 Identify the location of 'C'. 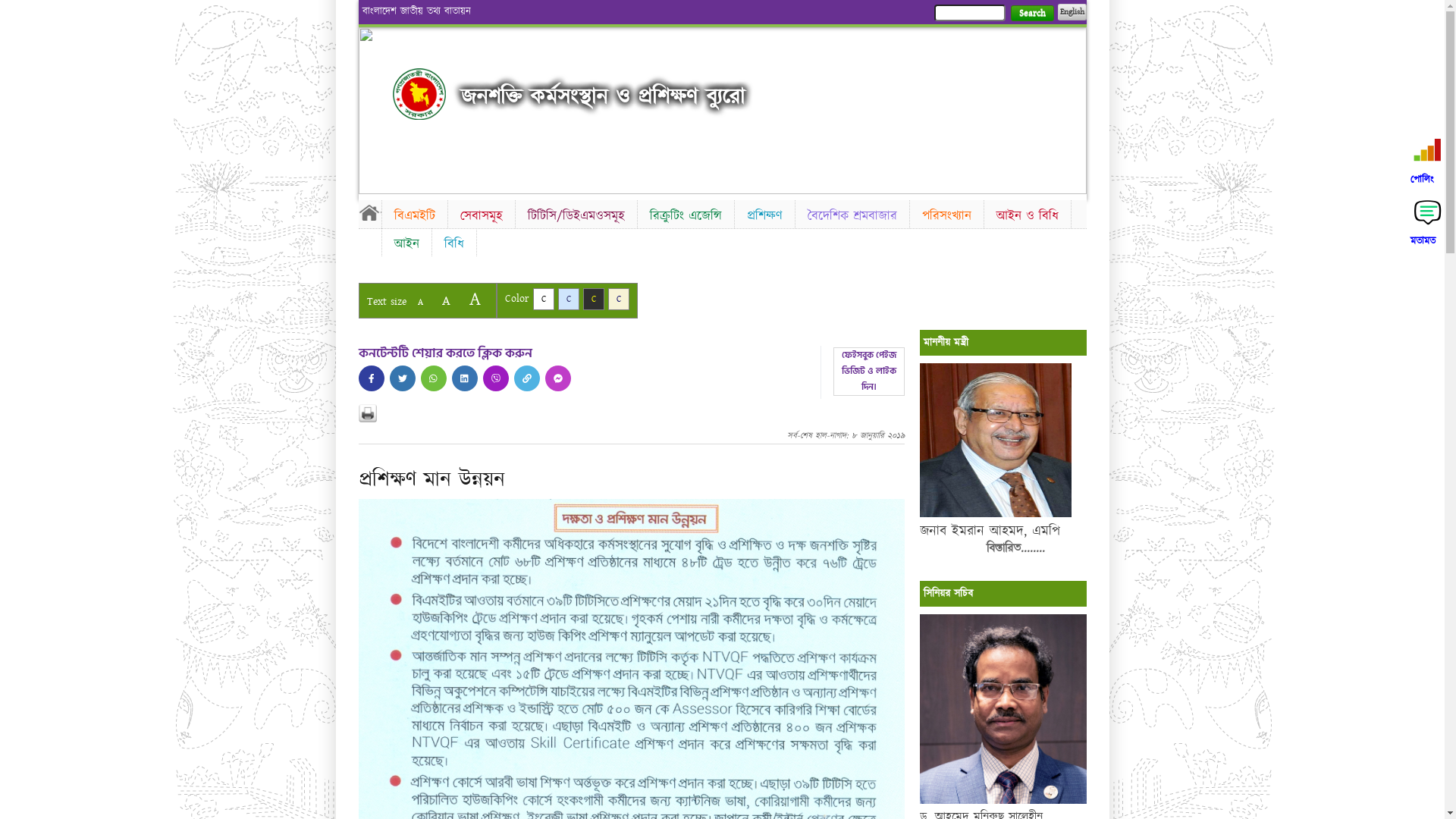
(607, 299).